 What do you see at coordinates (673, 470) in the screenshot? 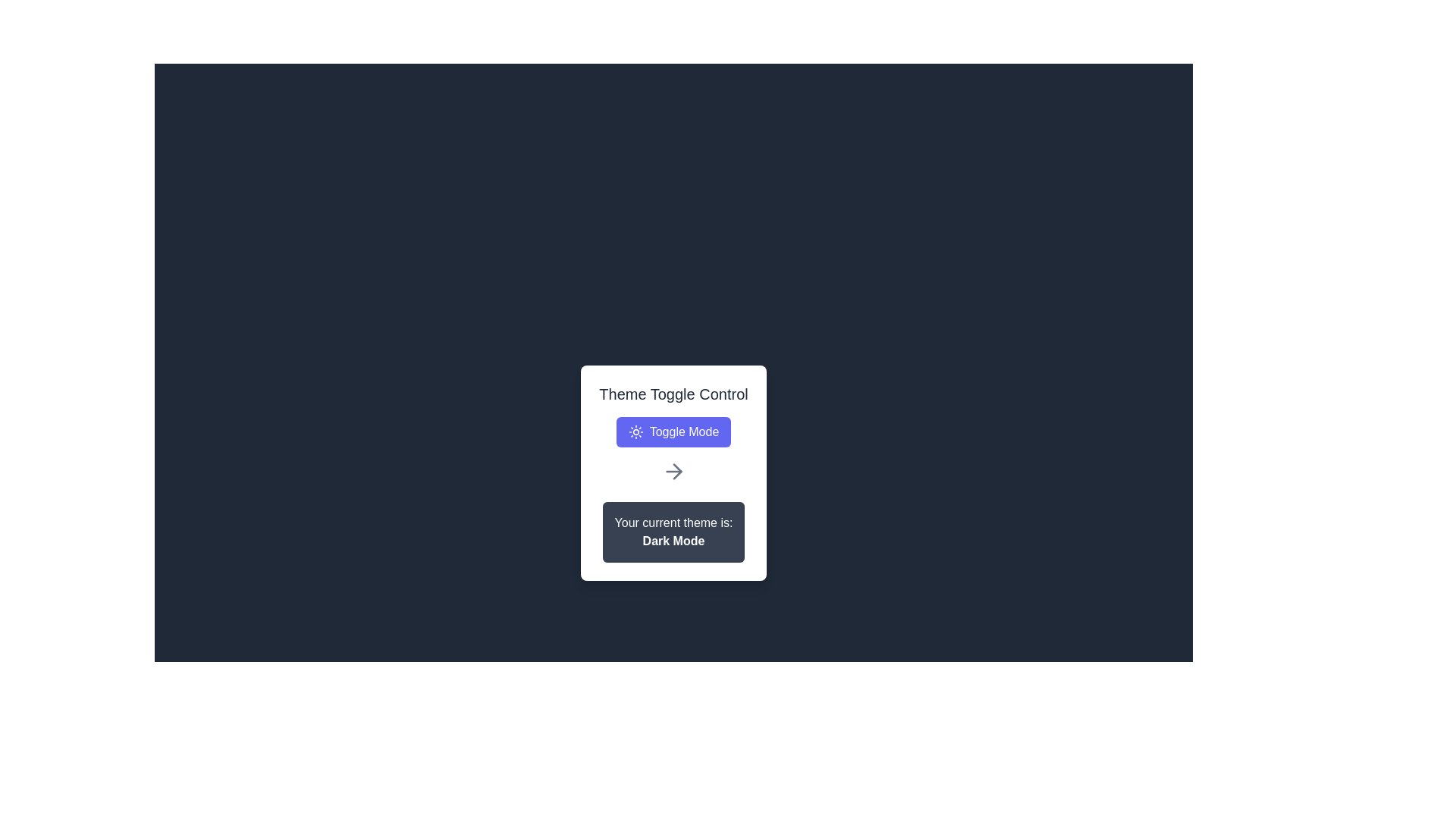
I see `the SVG rightward arrow icon element, which is gray and styled with a line width of 2, located within the 'Theme Toggle Control' card, positioned below the 'Toggle Mode' button` at bounding box center [673, 470].